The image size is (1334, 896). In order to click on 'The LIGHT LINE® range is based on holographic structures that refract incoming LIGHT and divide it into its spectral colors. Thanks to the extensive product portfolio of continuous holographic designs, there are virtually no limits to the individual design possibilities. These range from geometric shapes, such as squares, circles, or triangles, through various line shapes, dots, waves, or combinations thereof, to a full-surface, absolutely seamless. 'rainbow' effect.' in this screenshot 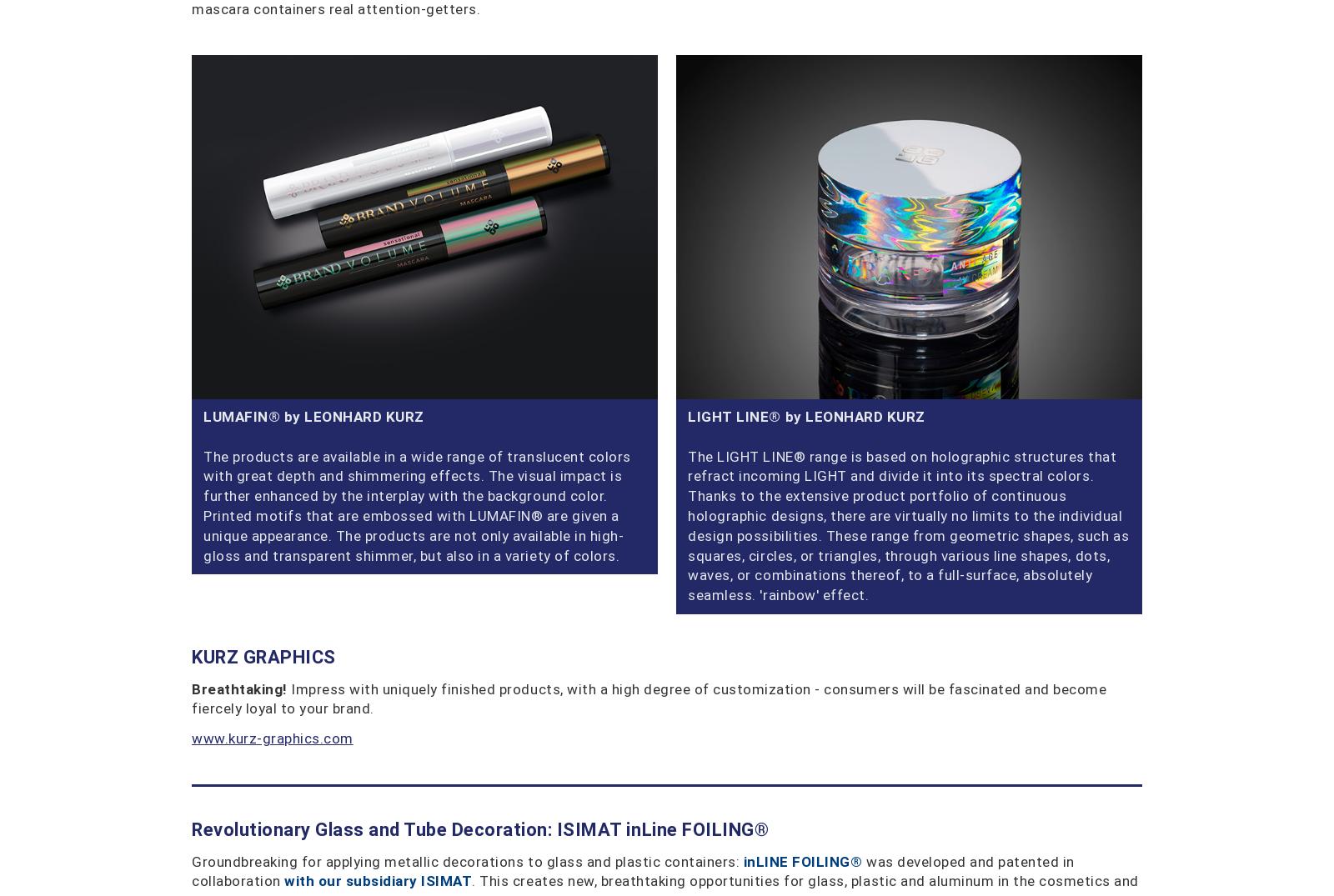, I will do `click(908, 524)`.